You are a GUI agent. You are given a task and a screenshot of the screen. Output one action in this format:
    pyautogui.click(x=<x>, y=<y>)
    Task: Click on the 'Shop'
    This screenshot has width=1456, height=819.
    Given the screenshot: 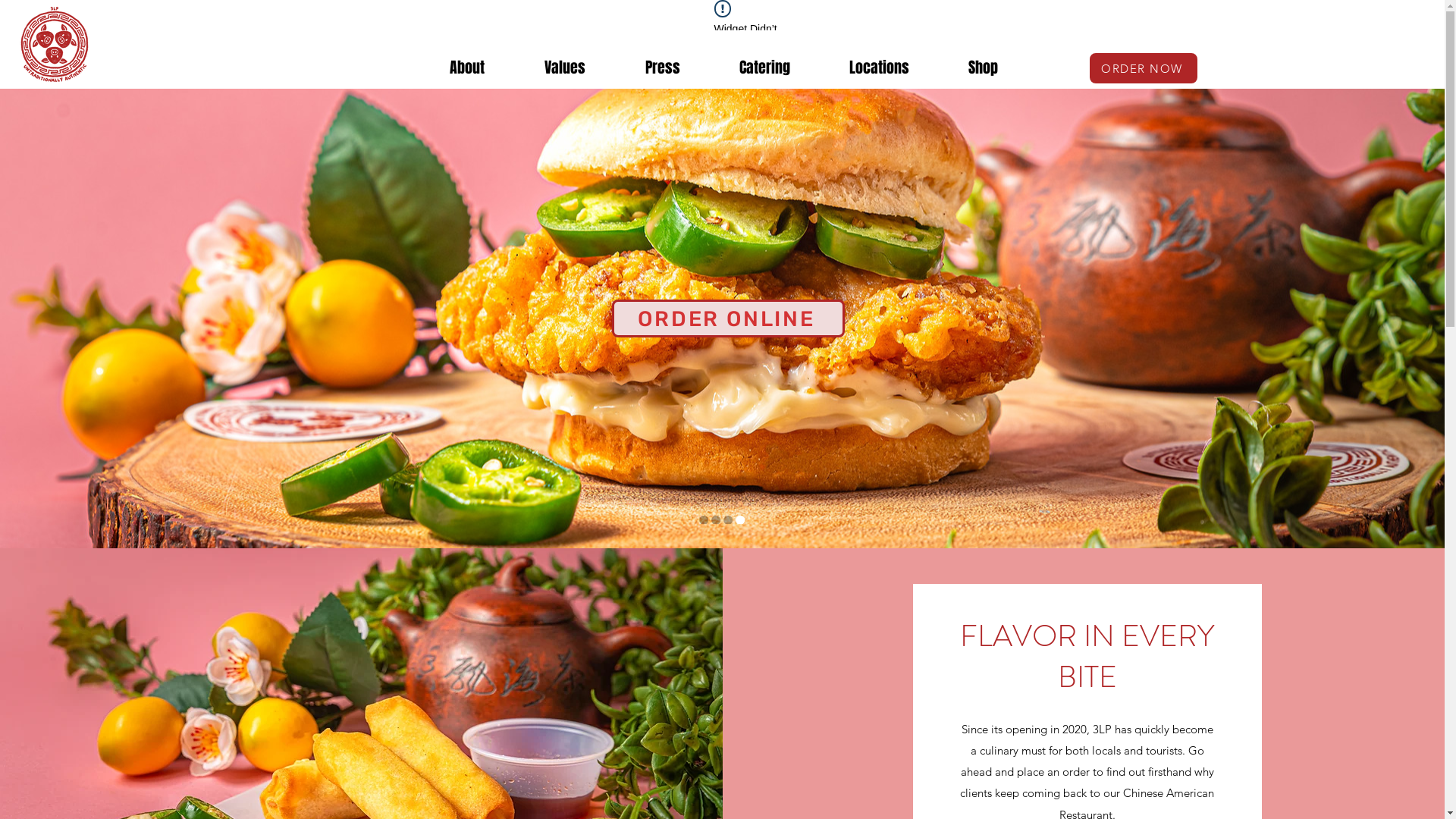 What is the action you would take?
    pyautogui.click(x=983, y=66)
    